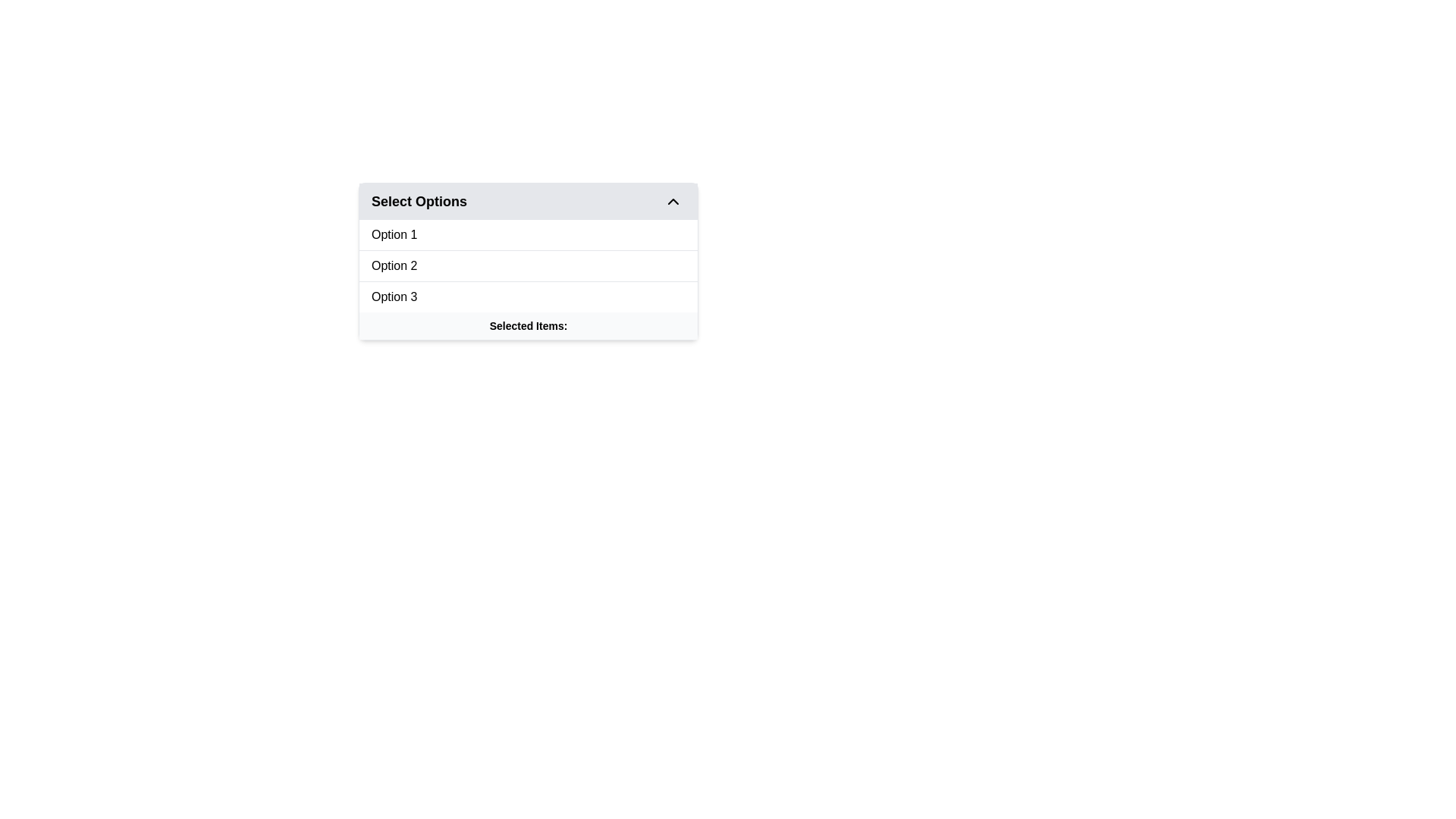 The width and height of the screenshot is (1456, 819). What do you see at coordinates (528, 265) in the screenshot?
I see `the second option in the dropdown menu` at bounding box center [528, 265].